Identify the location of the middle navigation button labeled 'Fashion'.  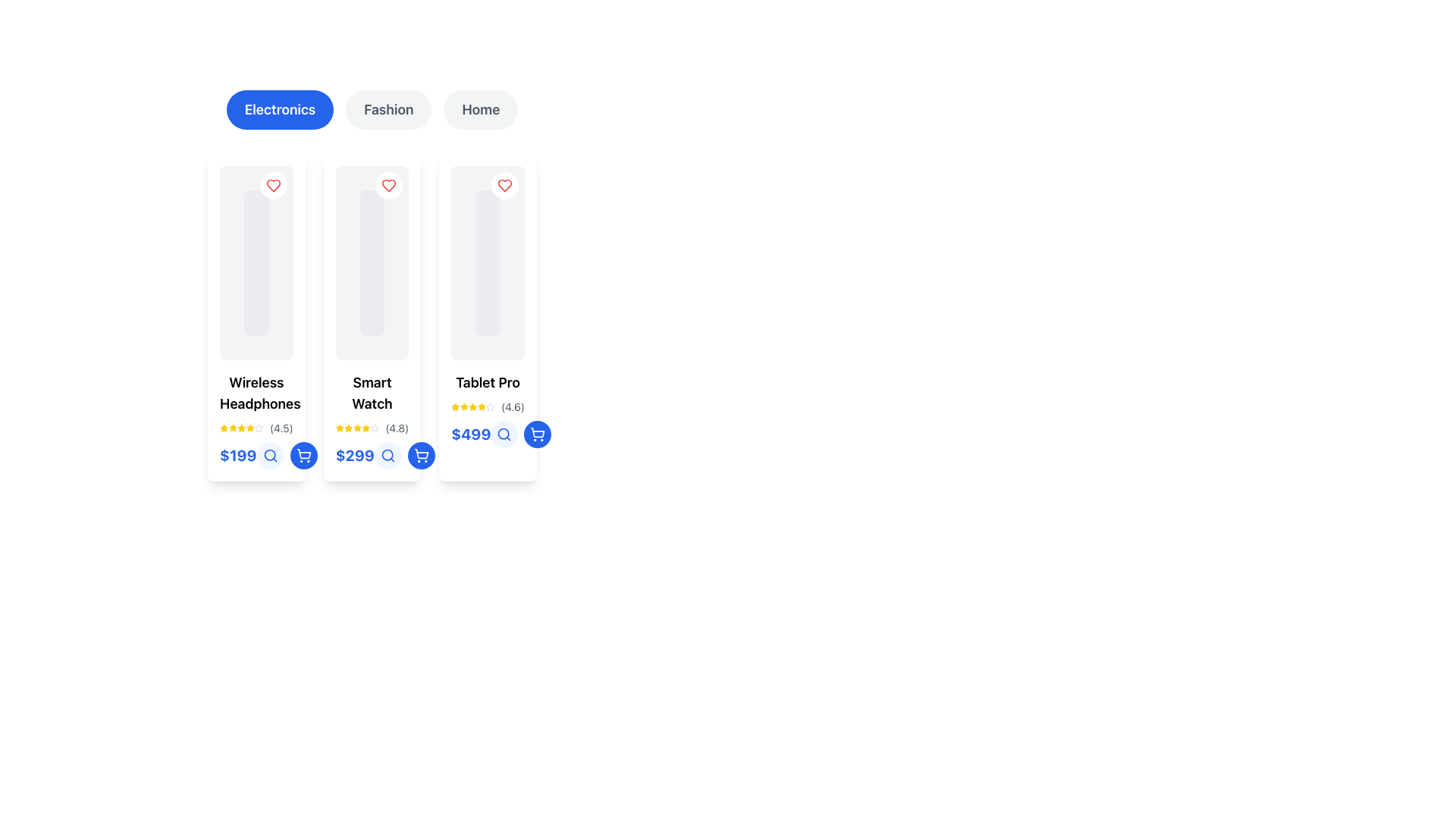
(372, 109).